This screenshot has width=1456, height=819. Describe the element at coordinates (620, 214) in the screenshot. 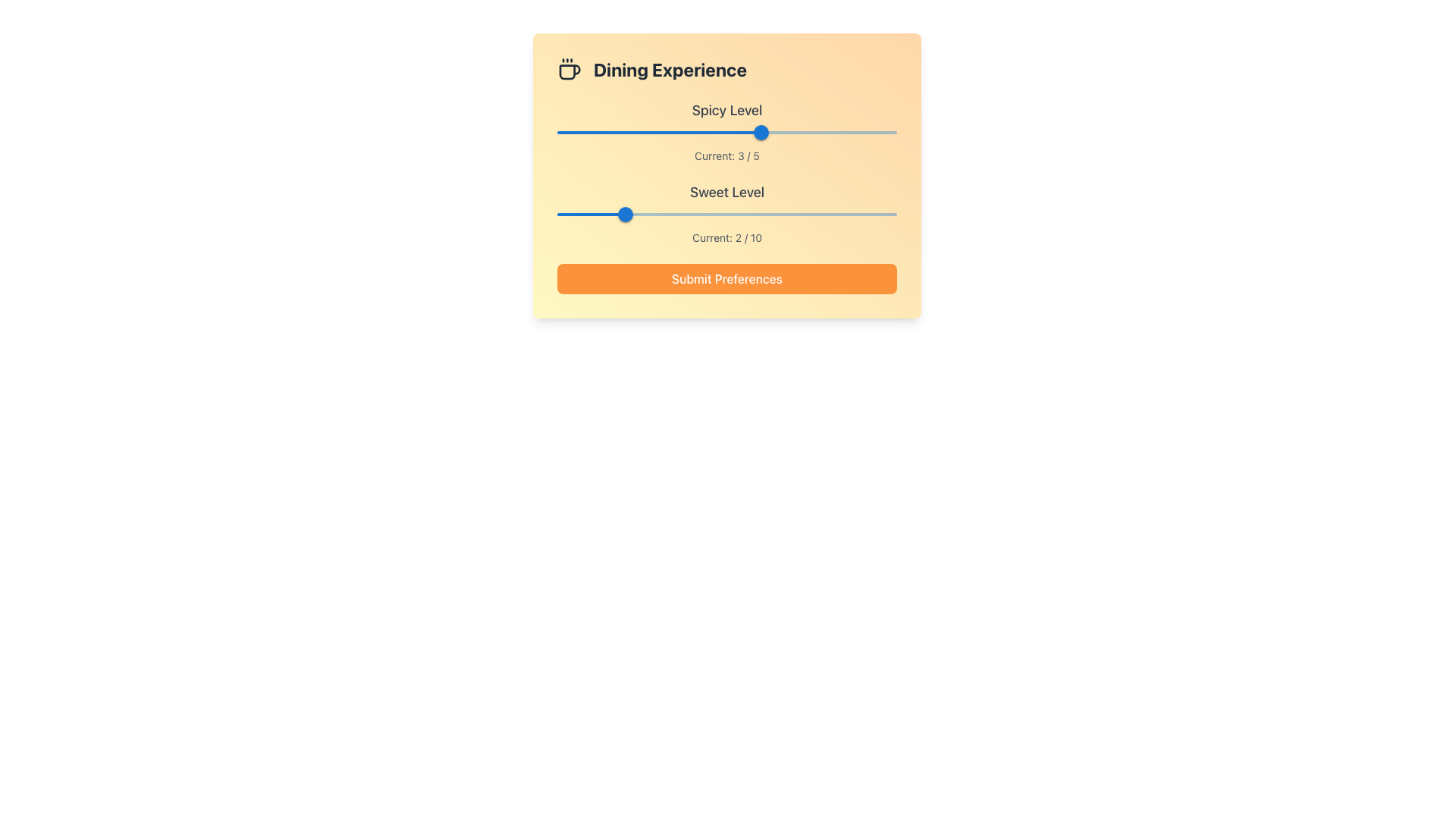

I see `slider` at that location.